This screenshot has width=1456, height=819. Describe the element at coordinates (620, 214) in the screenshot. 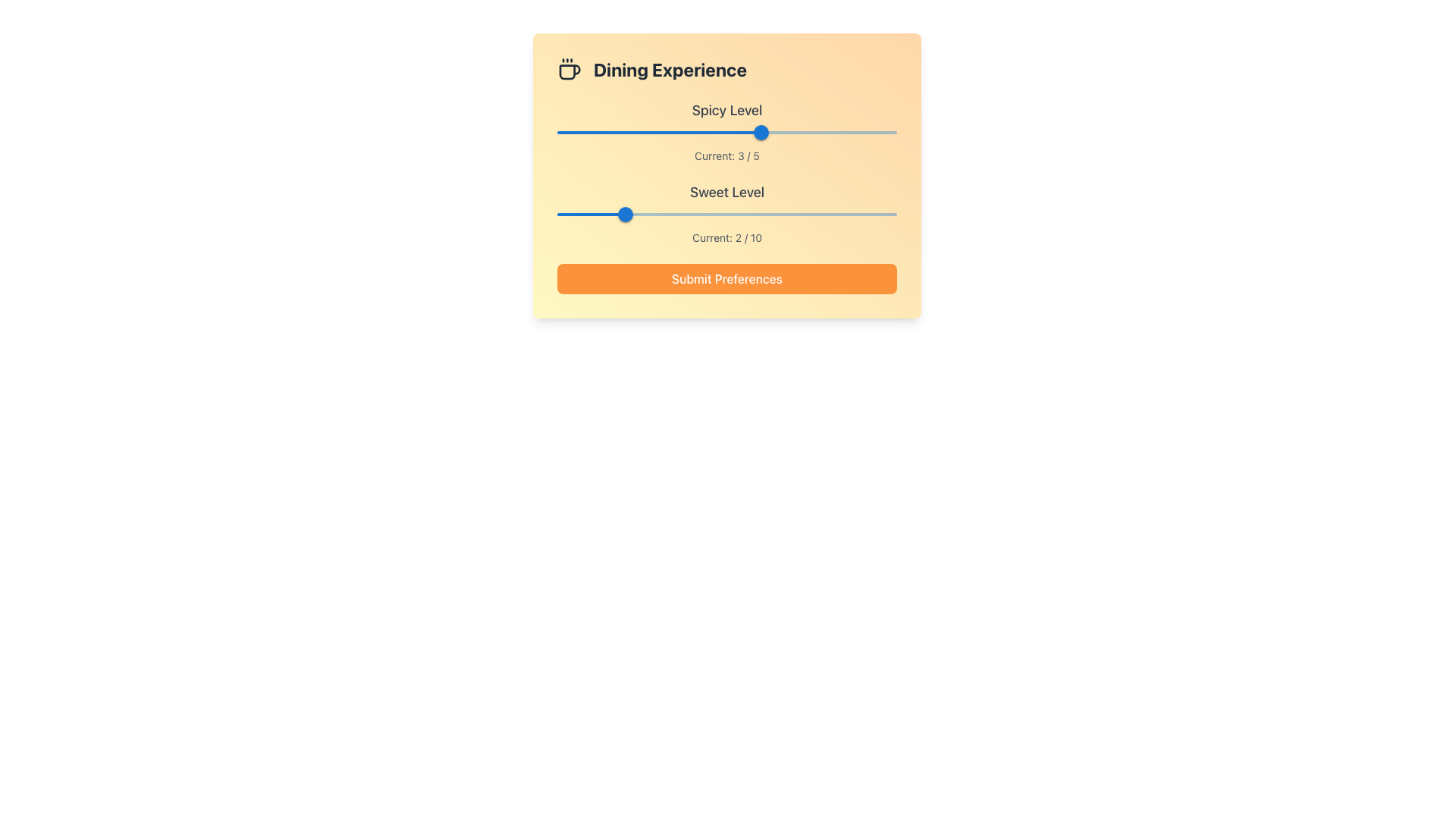

I see `slider` at that location.